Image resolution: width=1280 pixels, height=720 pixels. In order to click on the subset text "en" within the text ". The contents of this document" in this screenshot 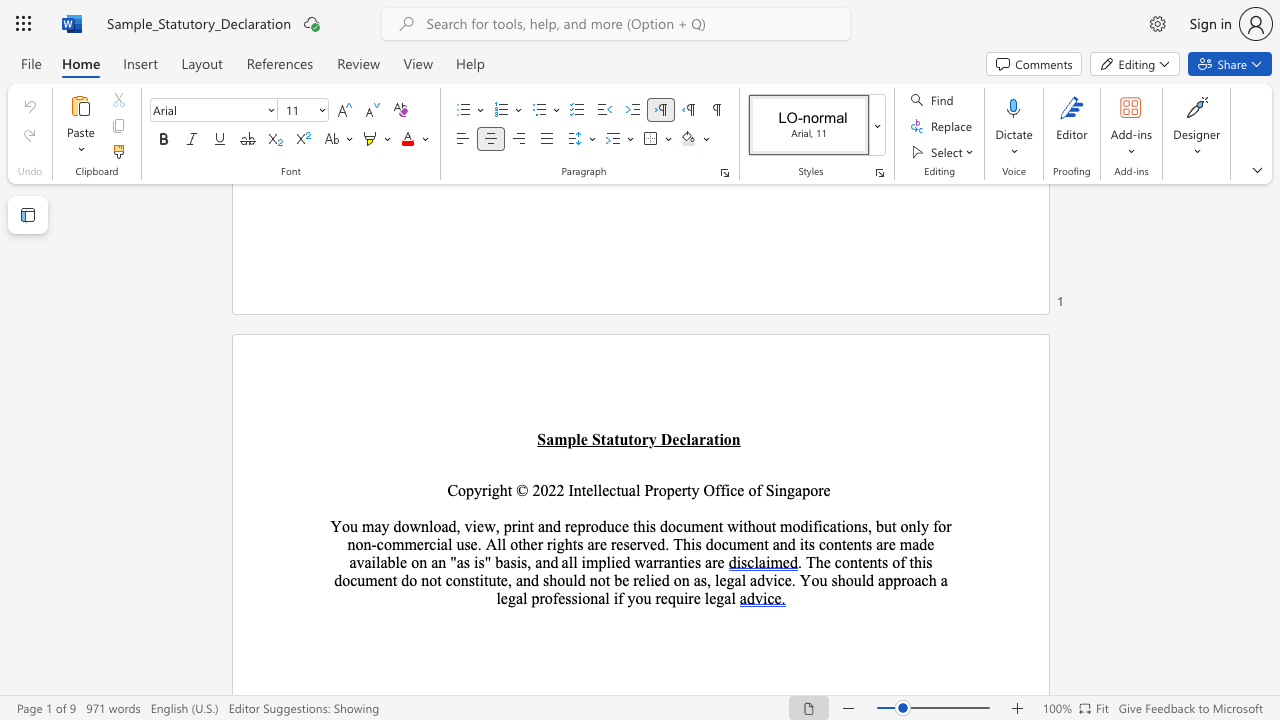, I will do `click(377, 580)`.